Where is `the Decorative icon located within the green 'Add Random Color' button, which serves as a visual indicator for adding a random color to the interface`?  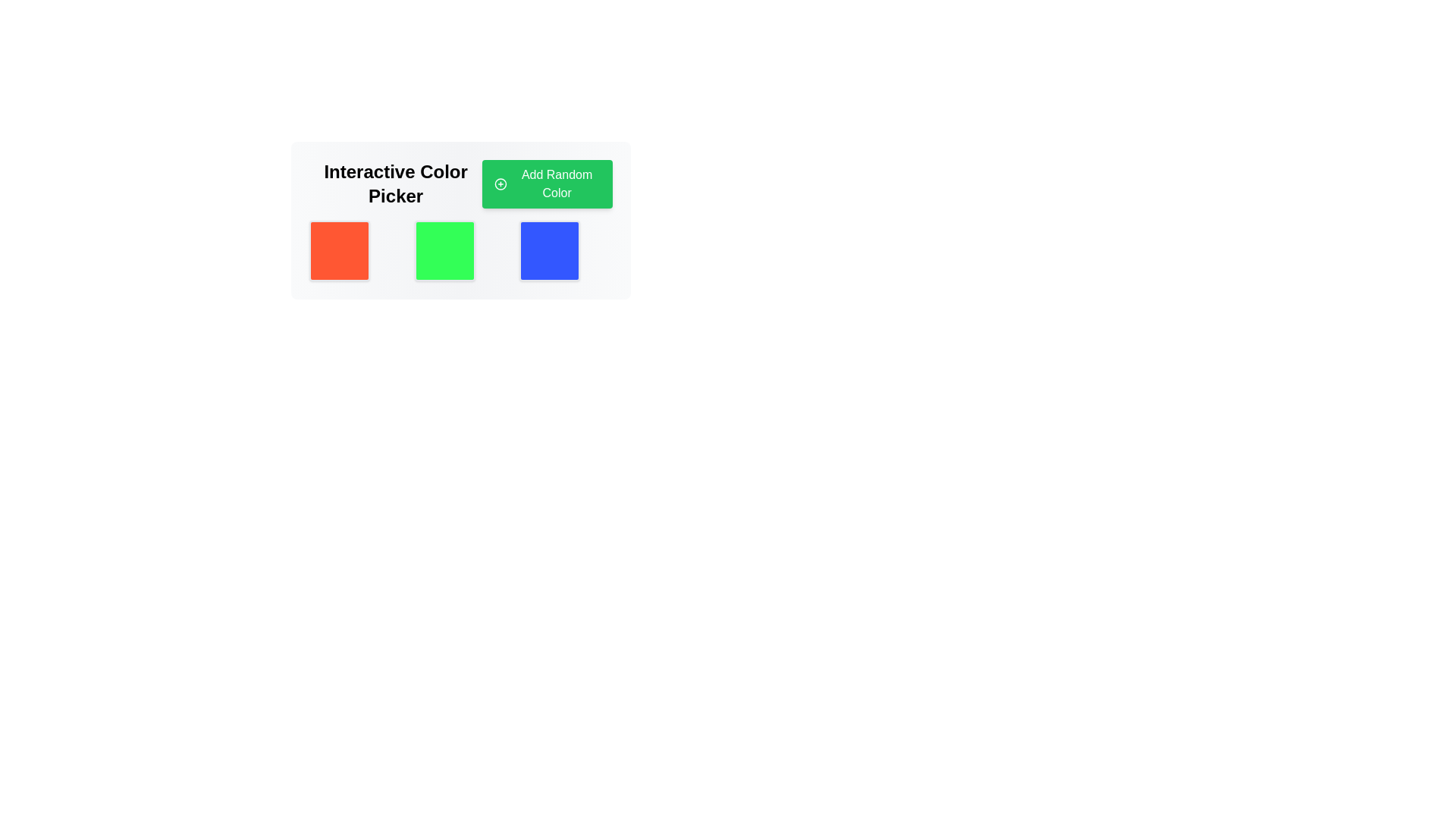 the Decorative icon located within the green 'Add Random Color' button, which serves as a visual indicator for adding a random color to the interface is located at coordinates (500, 184).